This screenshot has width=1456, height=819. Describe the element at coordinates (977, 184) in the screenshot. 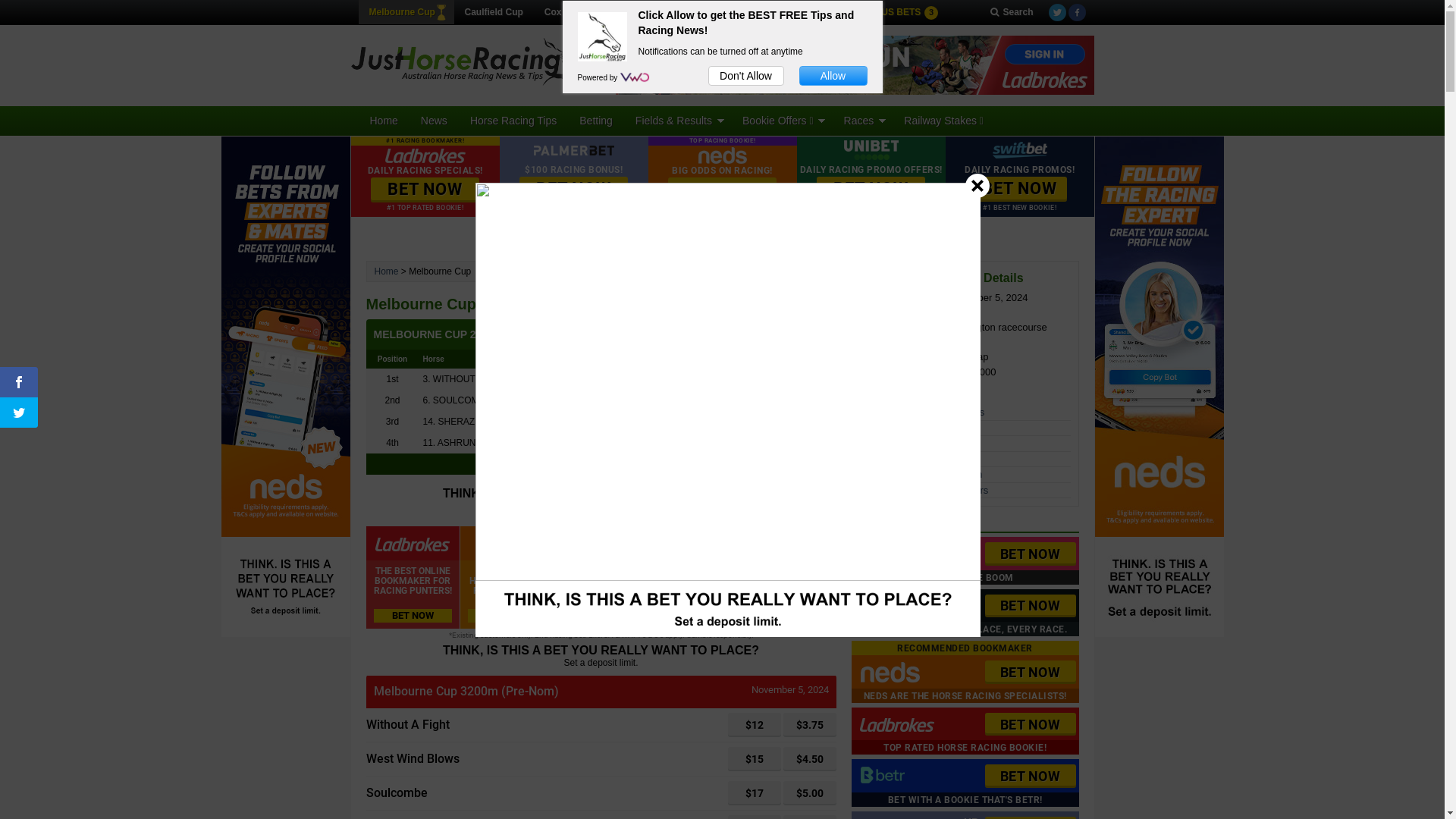

I see `'Close'` at that location.